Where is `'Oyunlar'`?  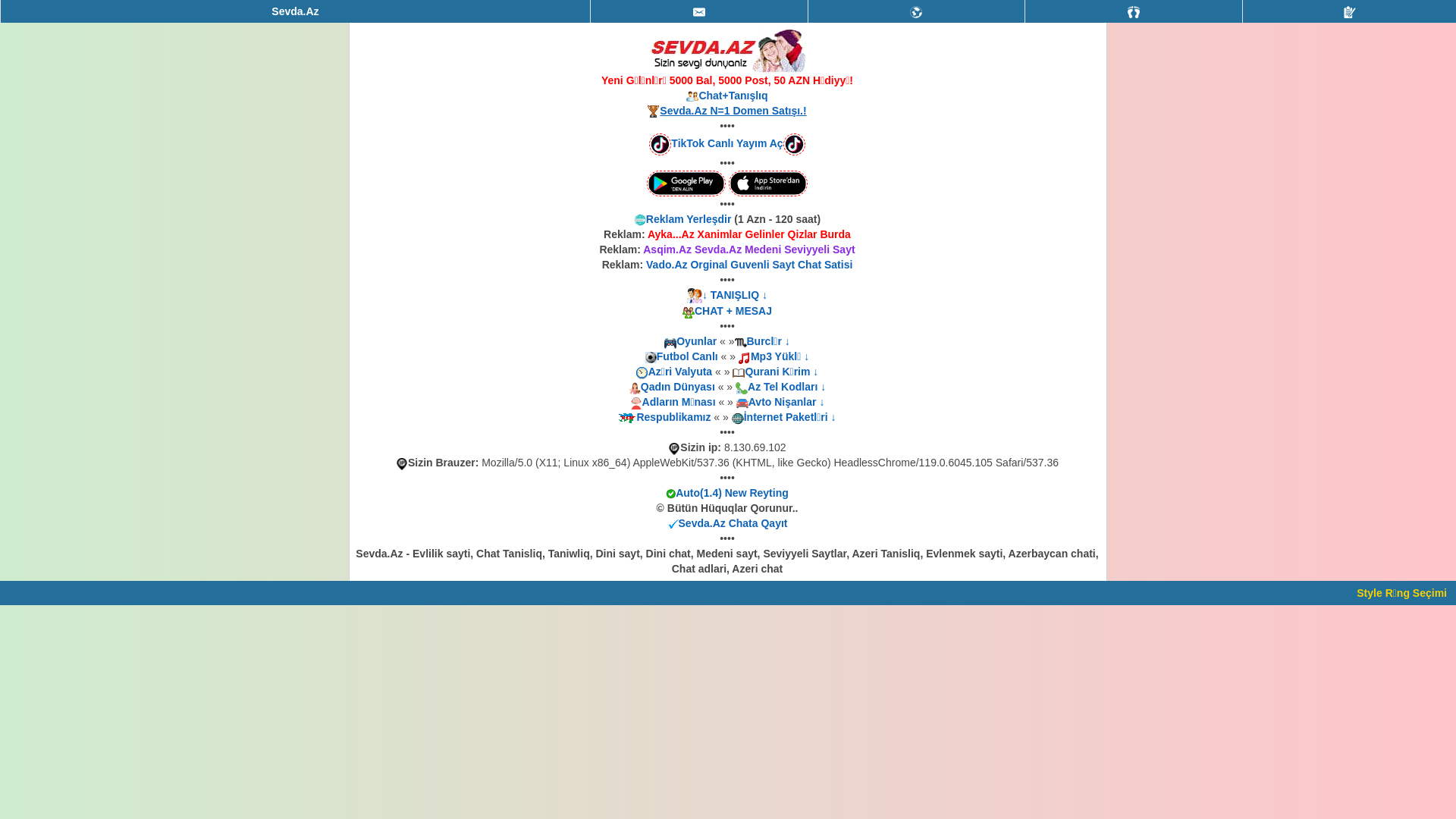 'Oyunlar' is located at coordinates (676, 341).